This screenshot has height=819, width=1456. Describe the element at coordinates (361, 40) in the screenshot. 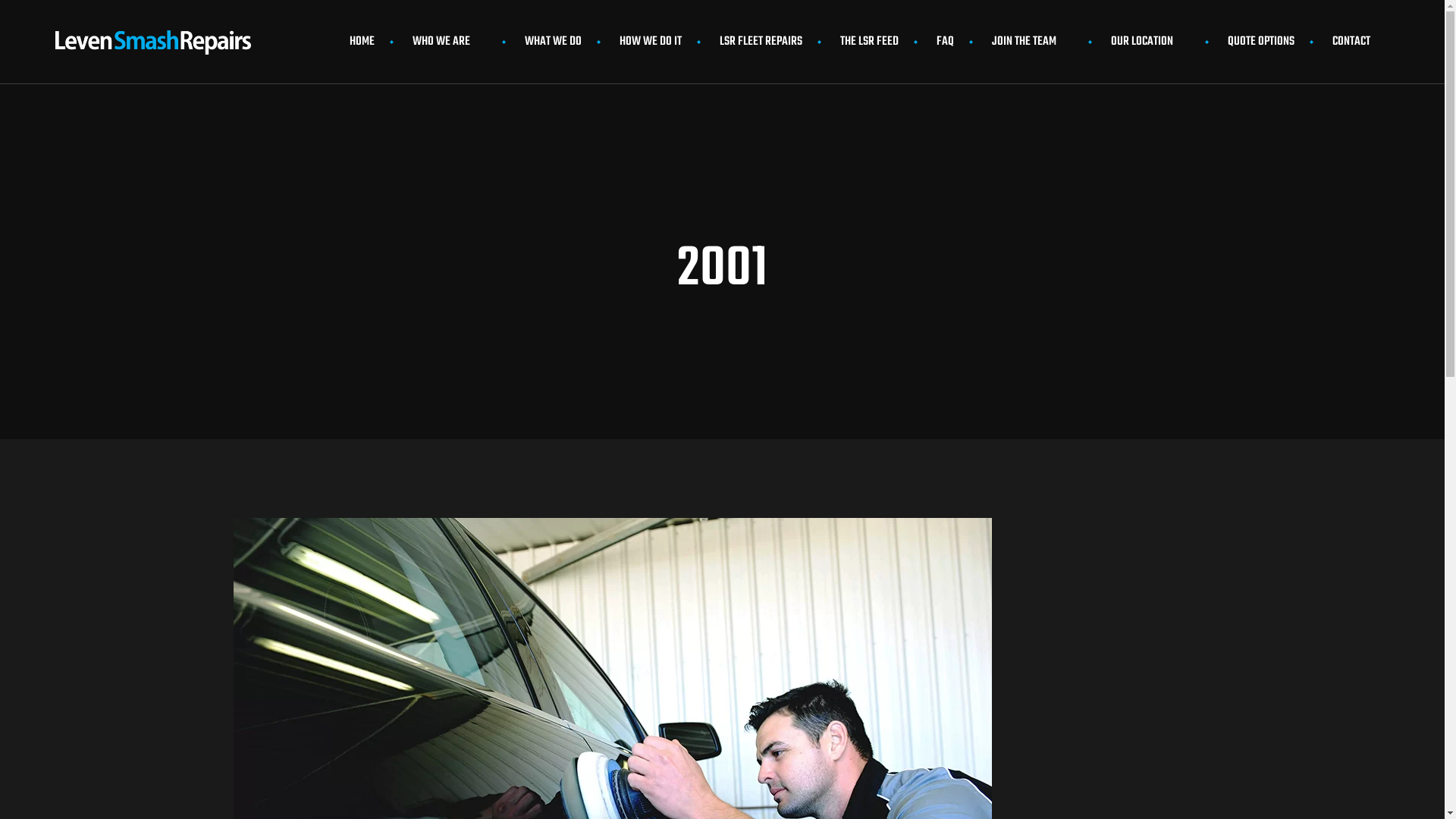

I see `'HOME'` at that location.